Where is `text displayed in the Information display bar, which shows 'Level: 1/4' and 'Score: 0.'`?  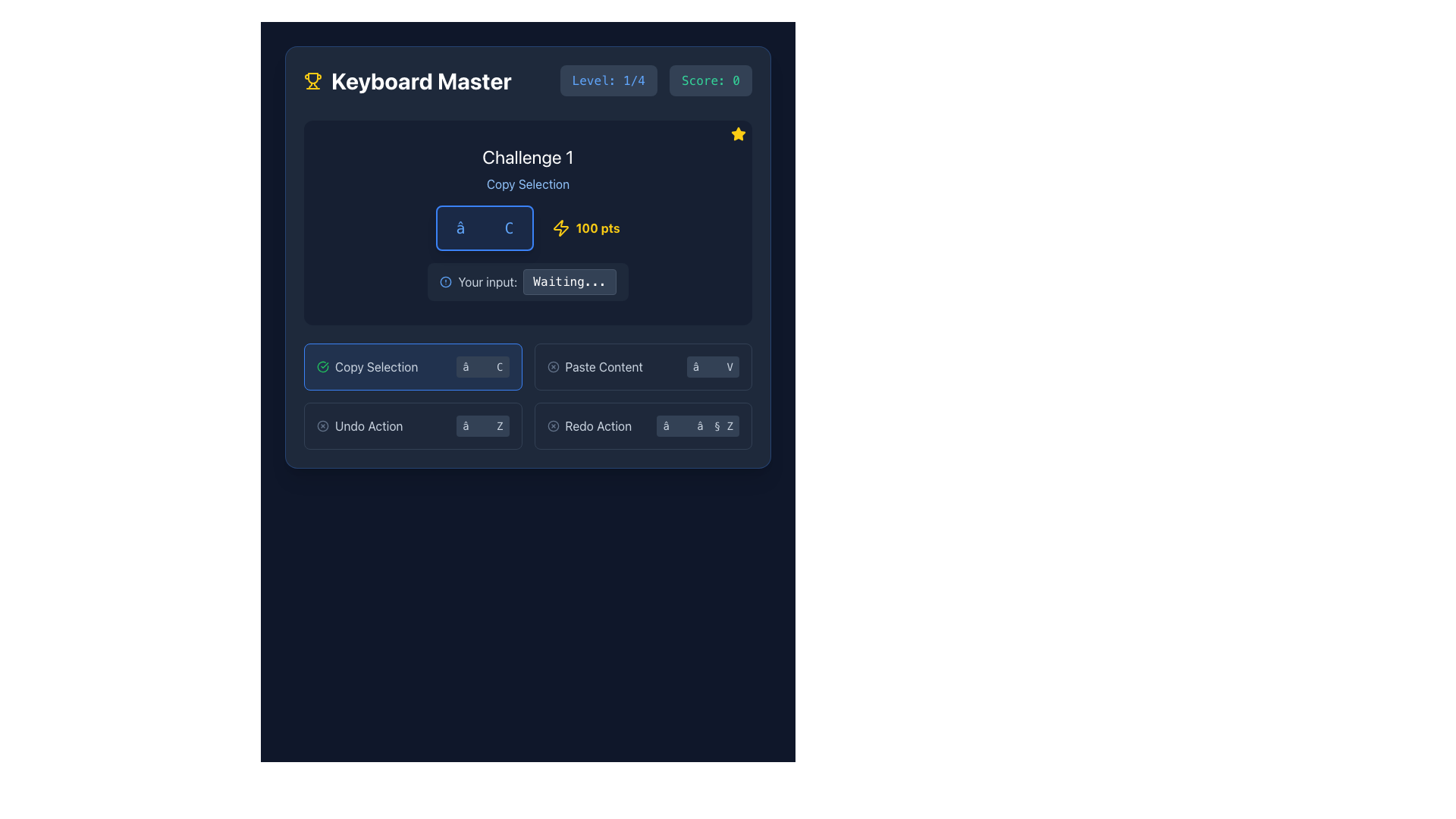 text displayed in the Information display bar, which shows 'Level: 1/4' and 'Score: 0.' is located at coordinates (656, 80).